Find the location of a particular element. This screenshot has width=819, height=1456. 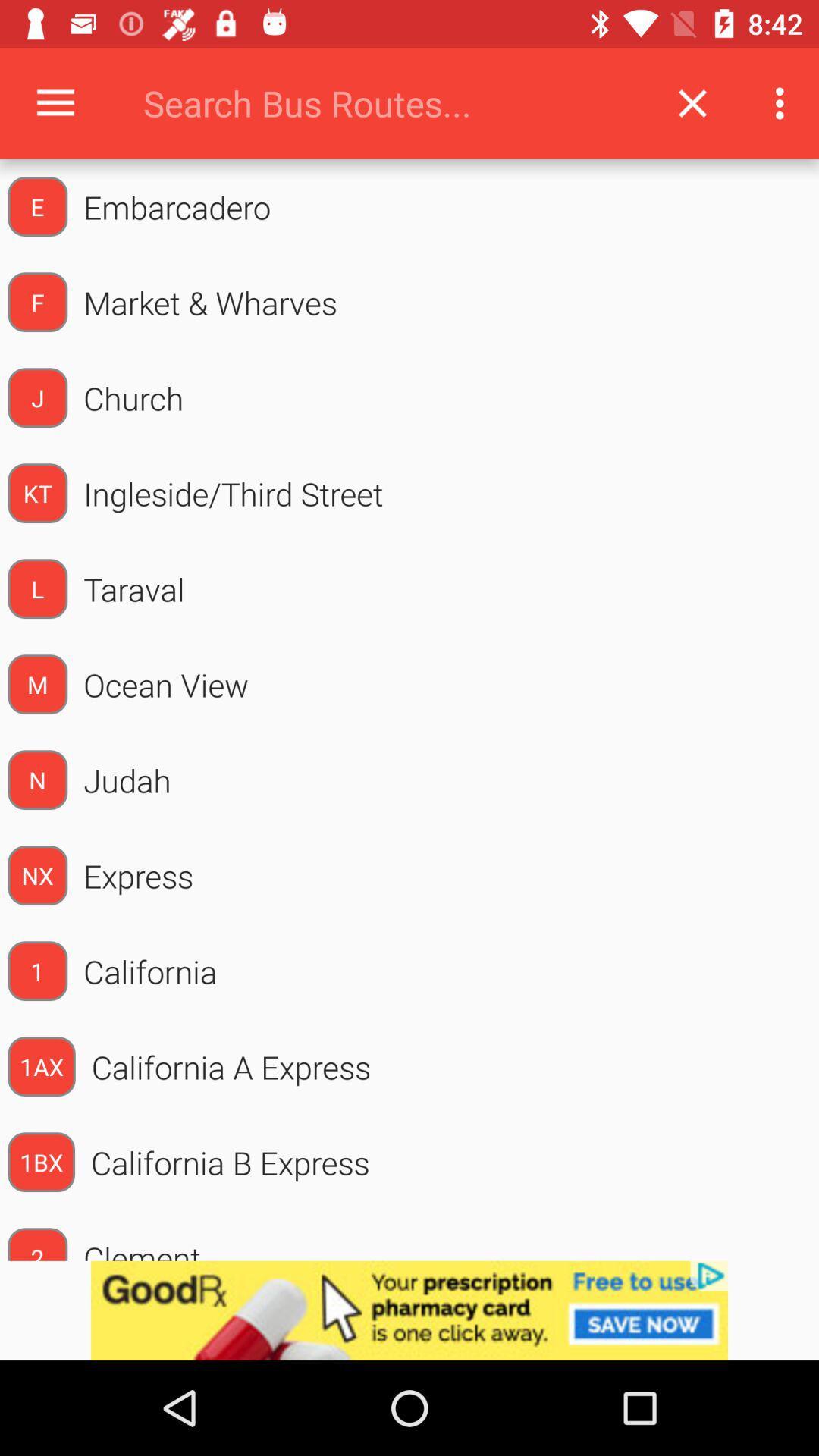

type bus route is located at coordinates (389, 102).